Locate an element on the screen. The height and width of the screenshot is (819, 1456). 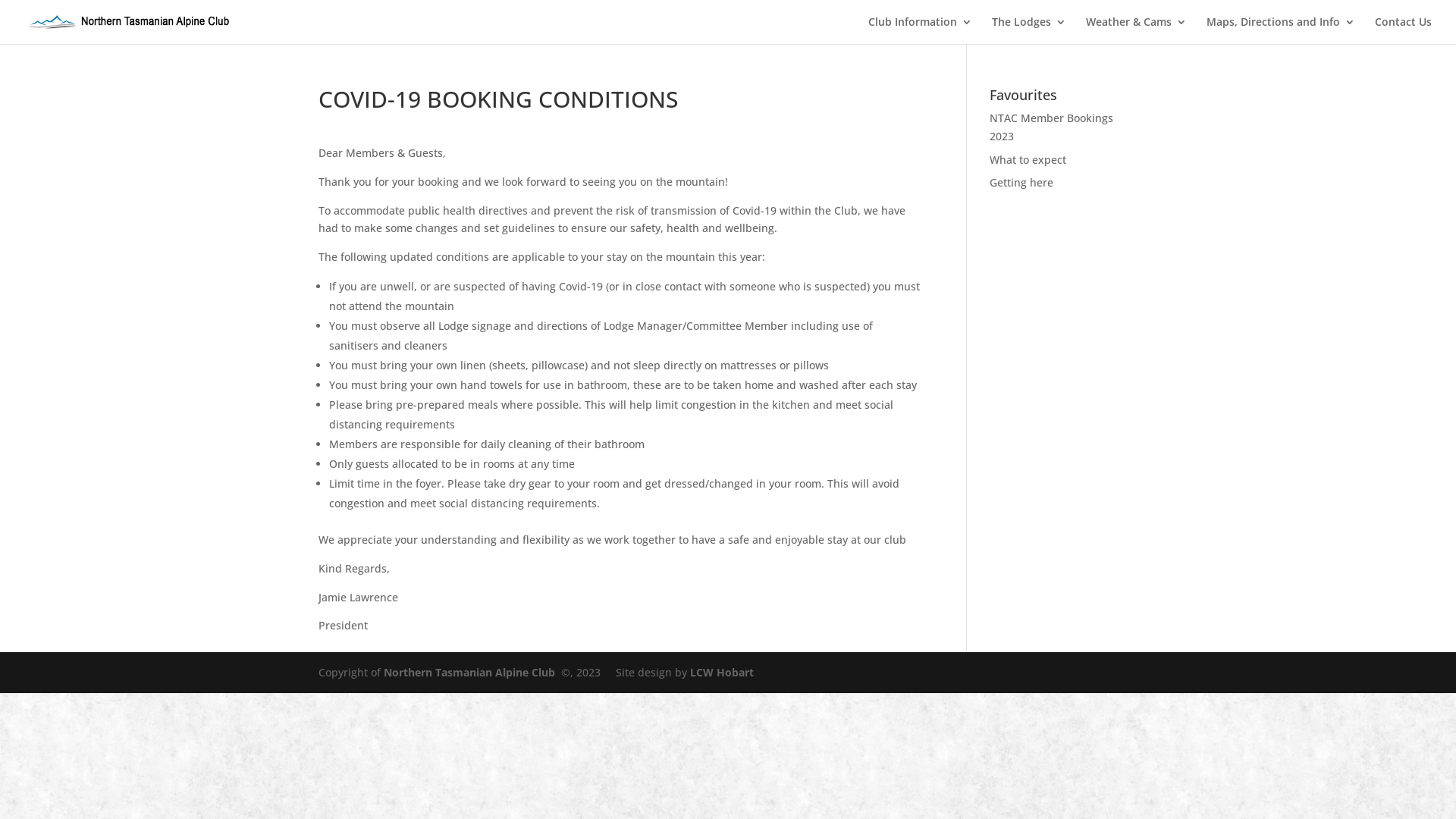
'LCW Hobart' is located at coordinates (720, 671).